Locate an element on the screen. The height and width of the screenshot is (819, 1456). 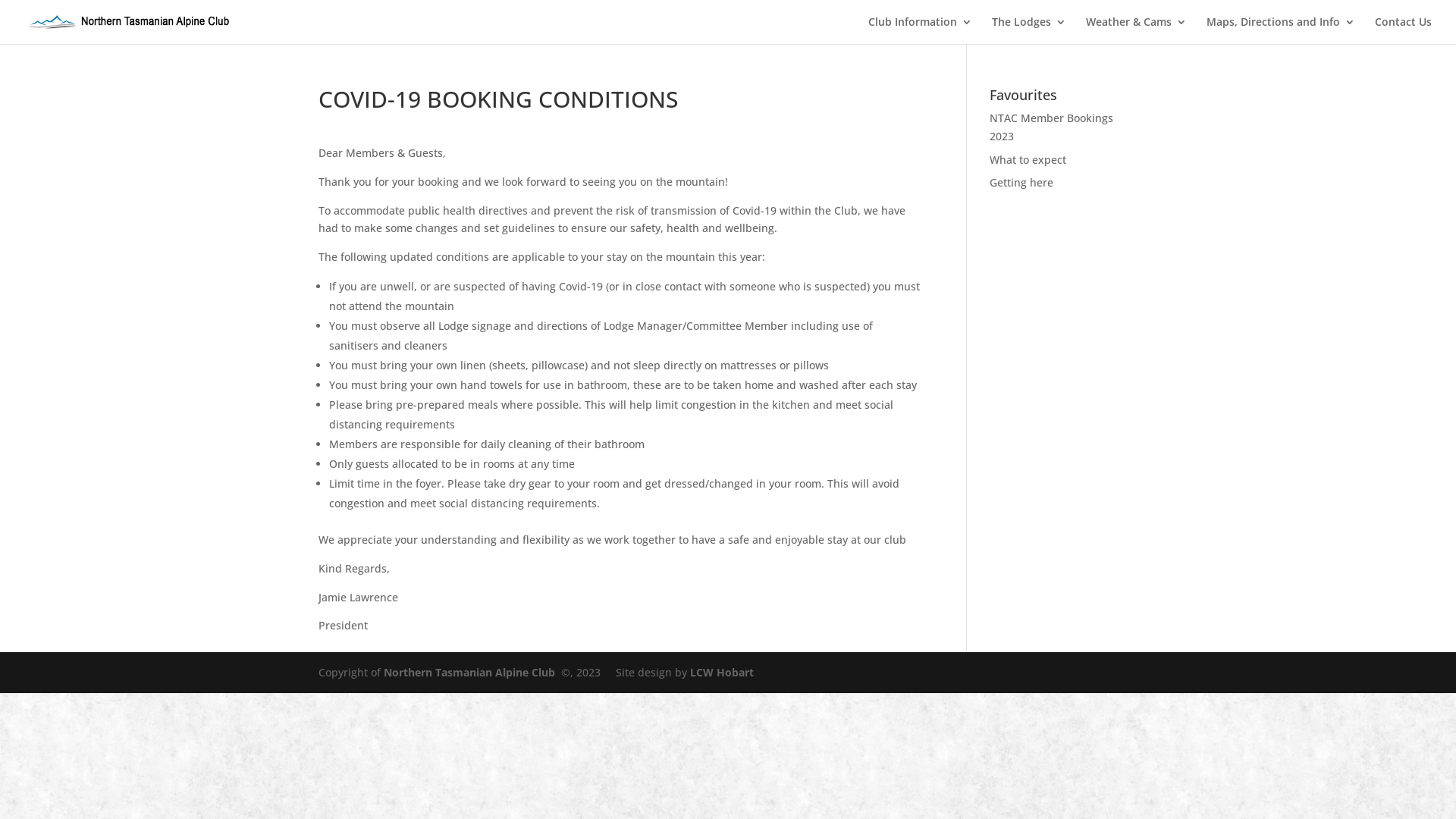
'LCW Hobart' is located at coordinates (720, 671).